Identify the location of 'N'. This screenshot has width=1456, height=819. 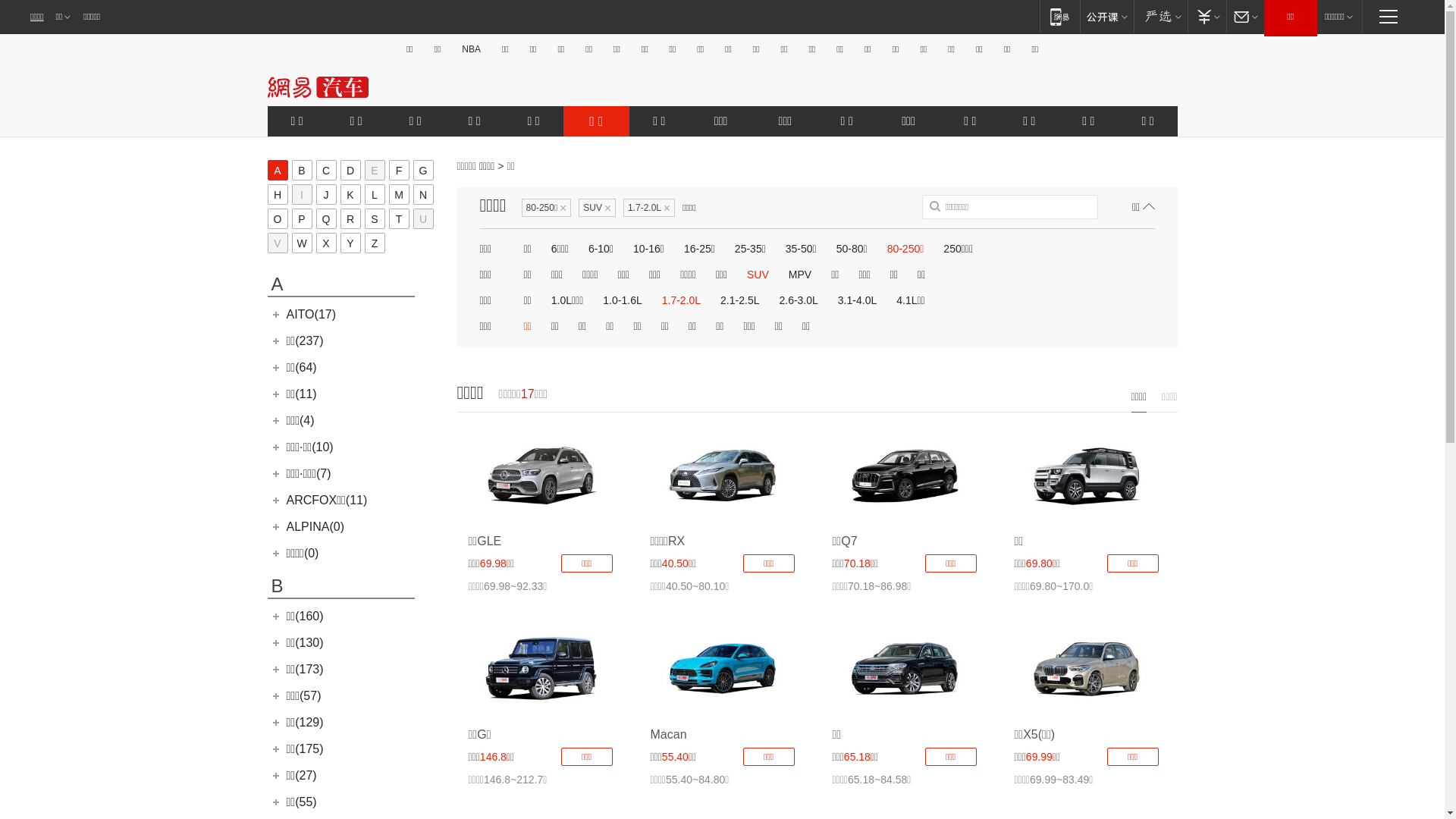
(422, 193).